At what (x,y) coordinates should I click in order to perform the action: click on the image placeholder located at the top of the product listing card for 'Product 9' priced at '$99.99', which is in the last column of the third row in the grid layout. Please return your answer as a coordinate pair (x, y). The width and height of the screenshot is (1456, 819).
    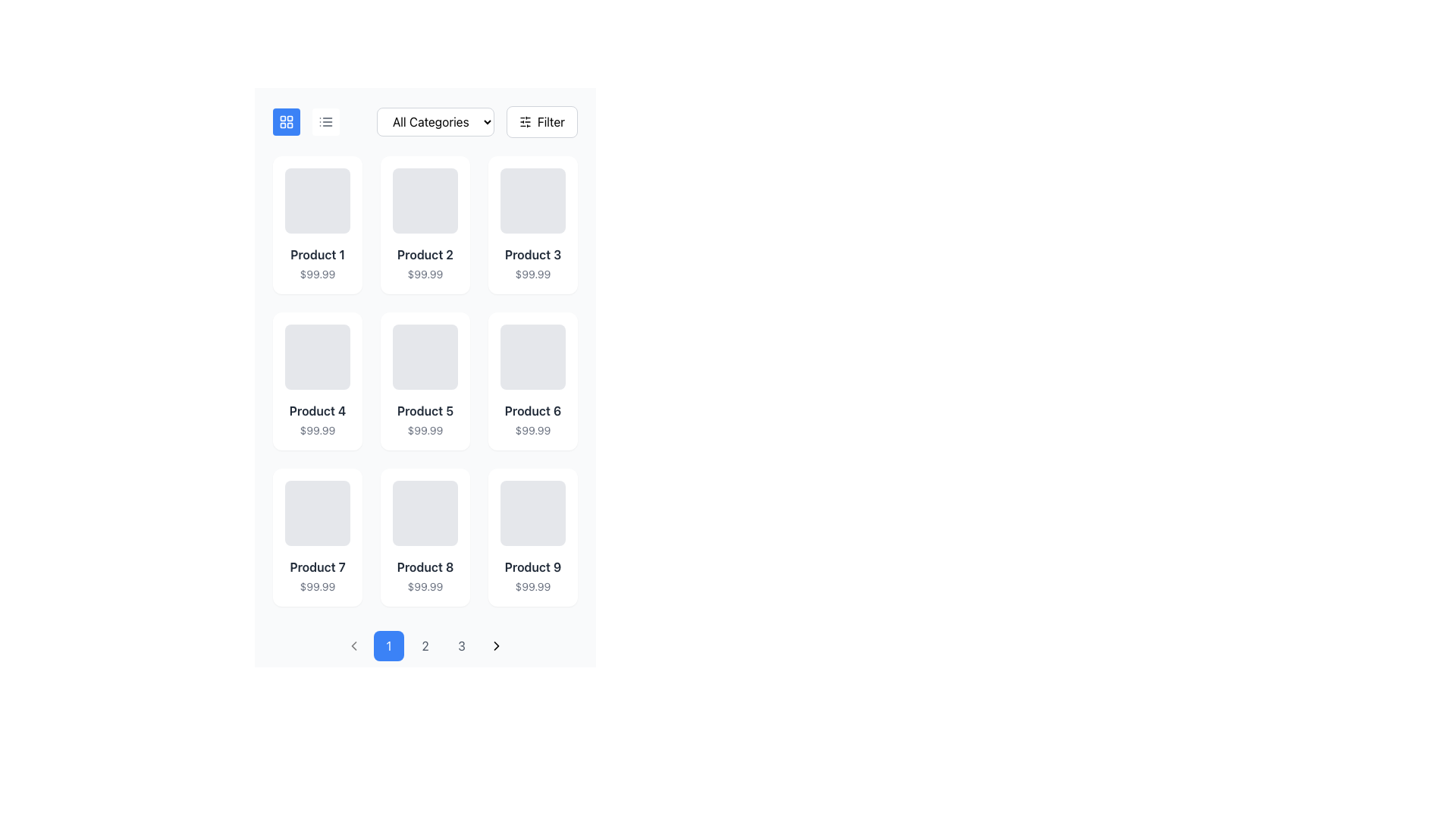
    Looking at the image, I should click on (532, 513).